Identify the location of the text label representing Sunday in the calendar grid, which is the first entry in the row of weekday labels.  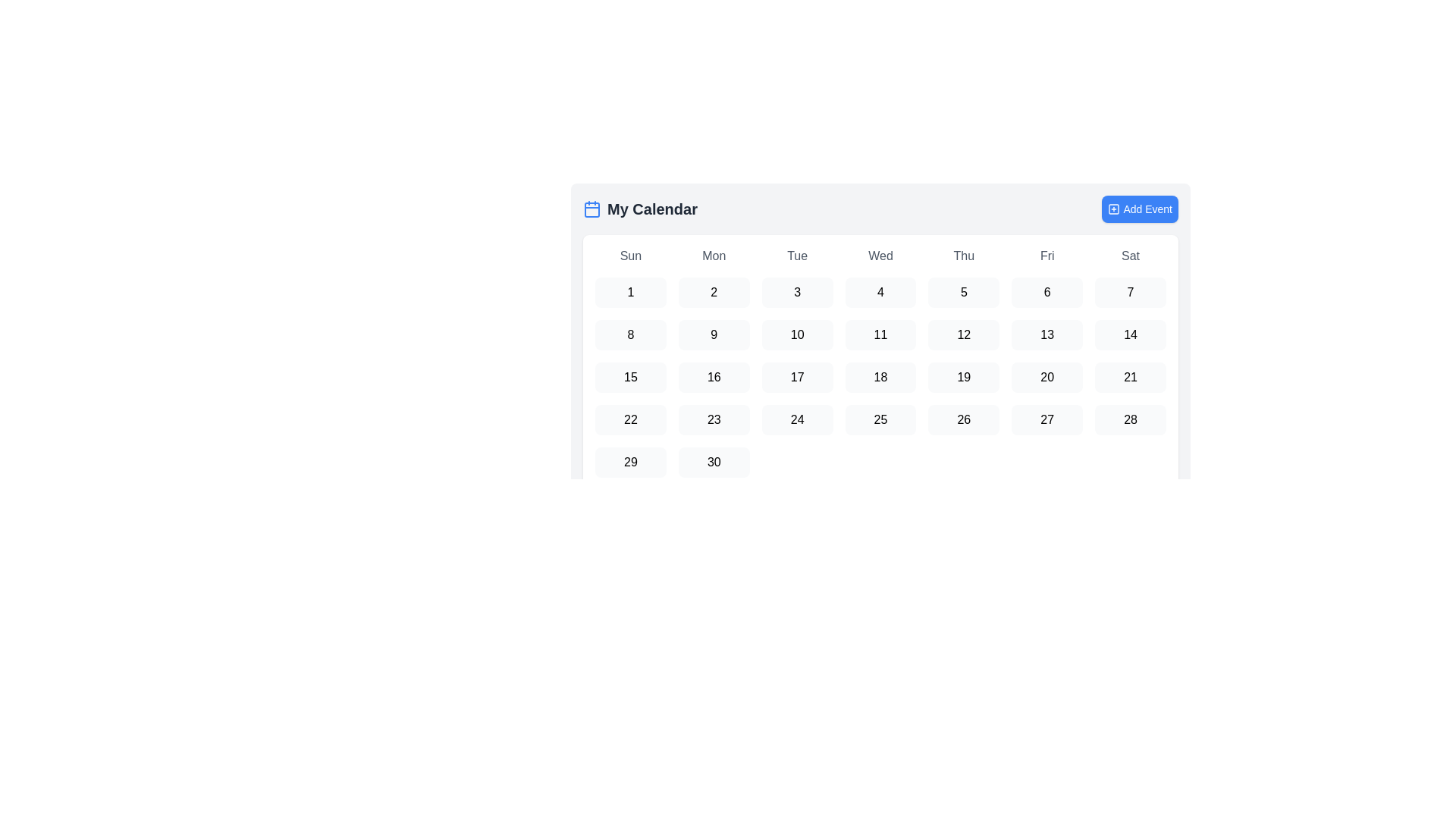
(630, 256).